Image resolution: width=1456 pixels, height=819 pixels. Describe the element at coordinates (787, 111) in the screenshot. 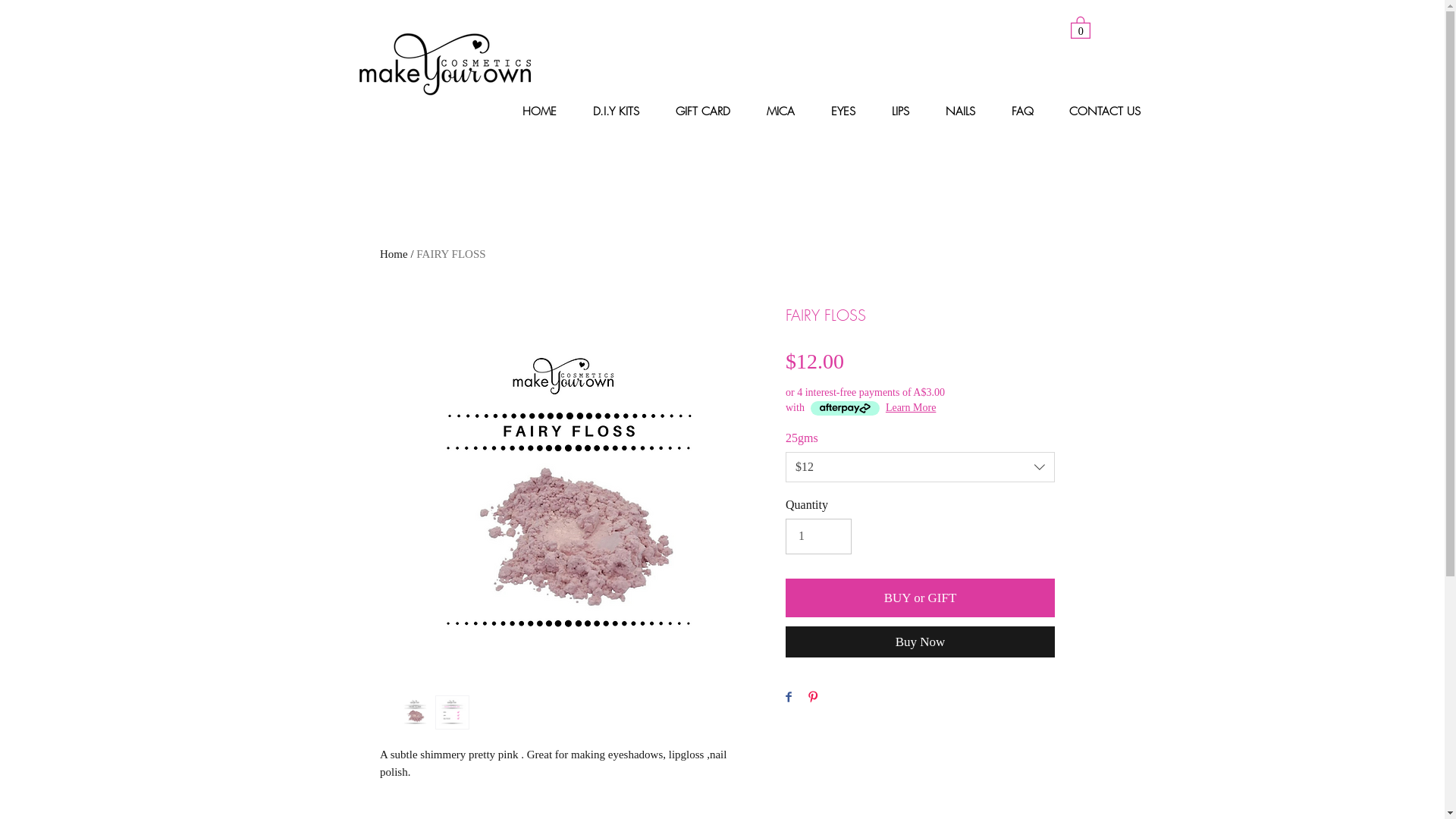

I see `'MICA'` at that location.